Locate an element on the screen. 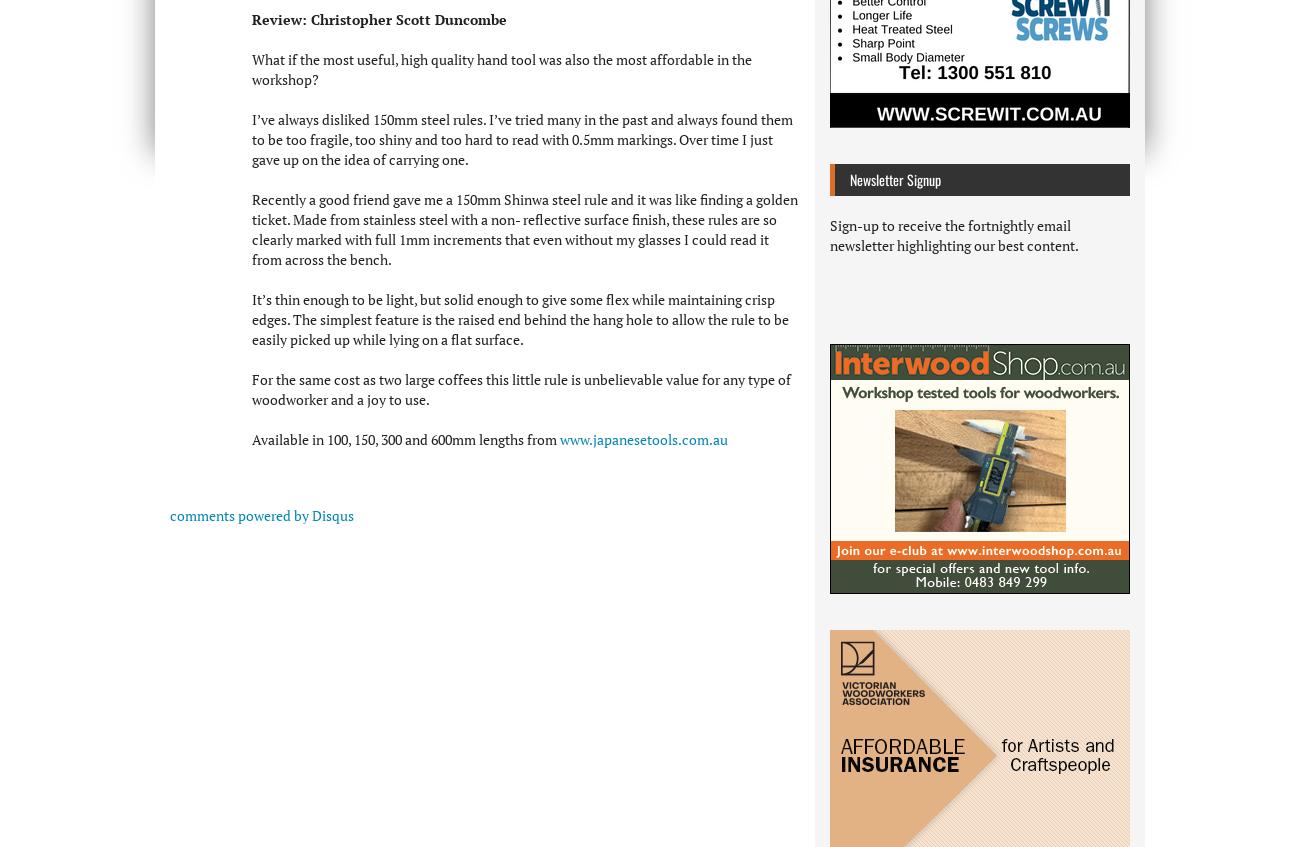  'www.japanesetools.com.au' is located at coordinates (644, 438).